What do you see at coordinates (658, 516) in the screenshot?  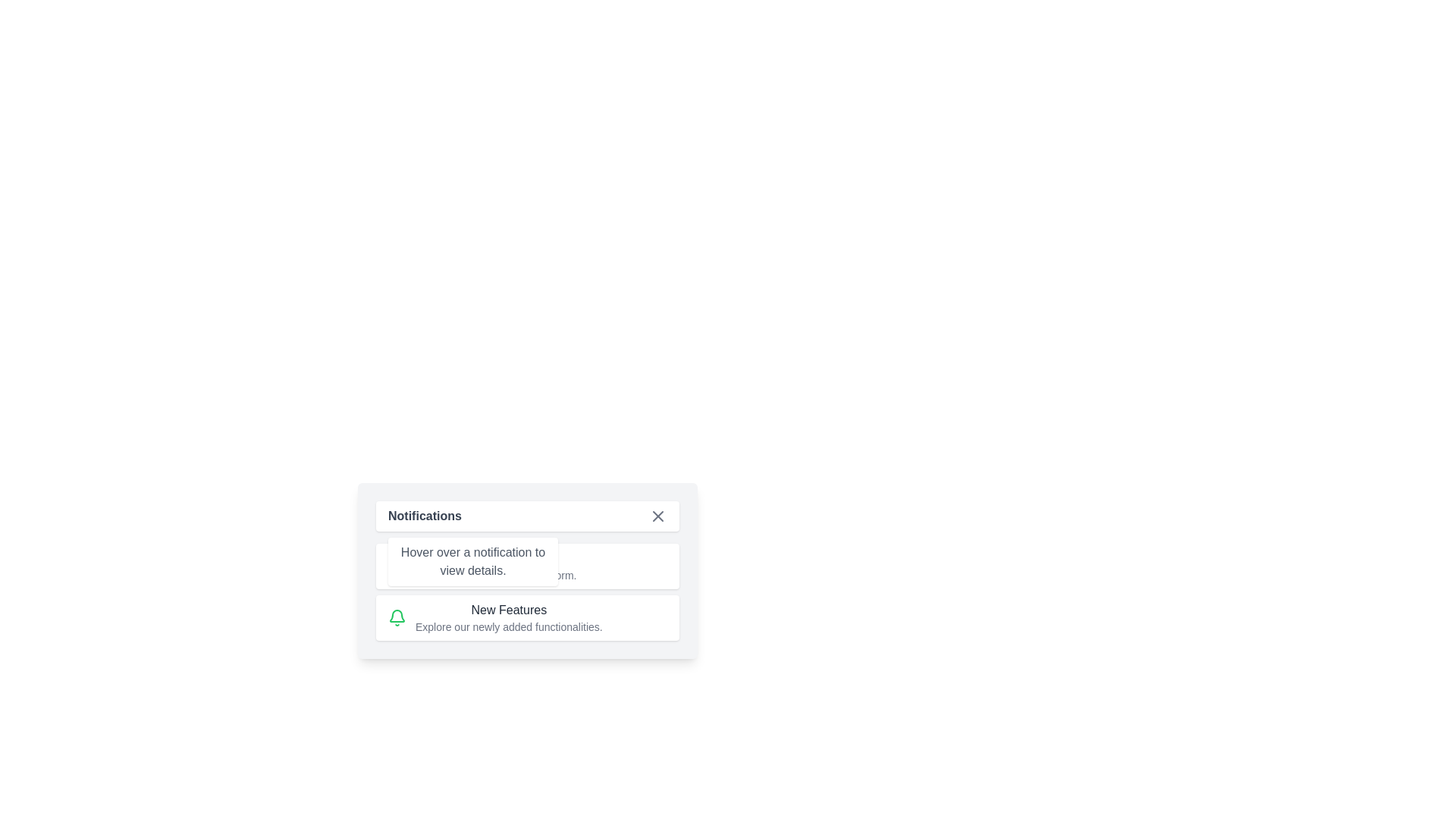 I see `the close button icon located in the top-right corner of the notification panel` at bounding box center [658, 516].